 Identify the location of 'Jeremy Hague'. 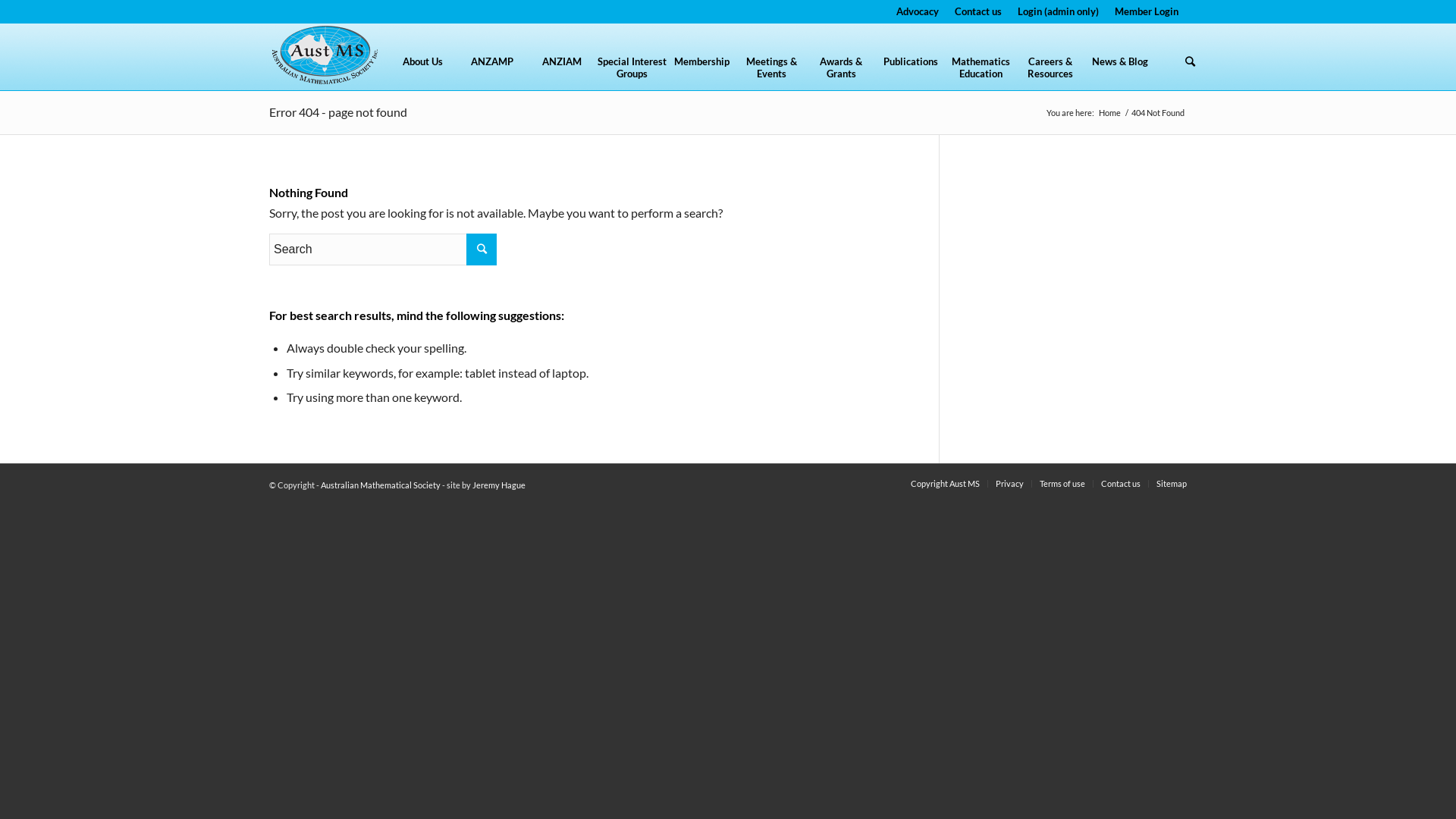
(498, 485).